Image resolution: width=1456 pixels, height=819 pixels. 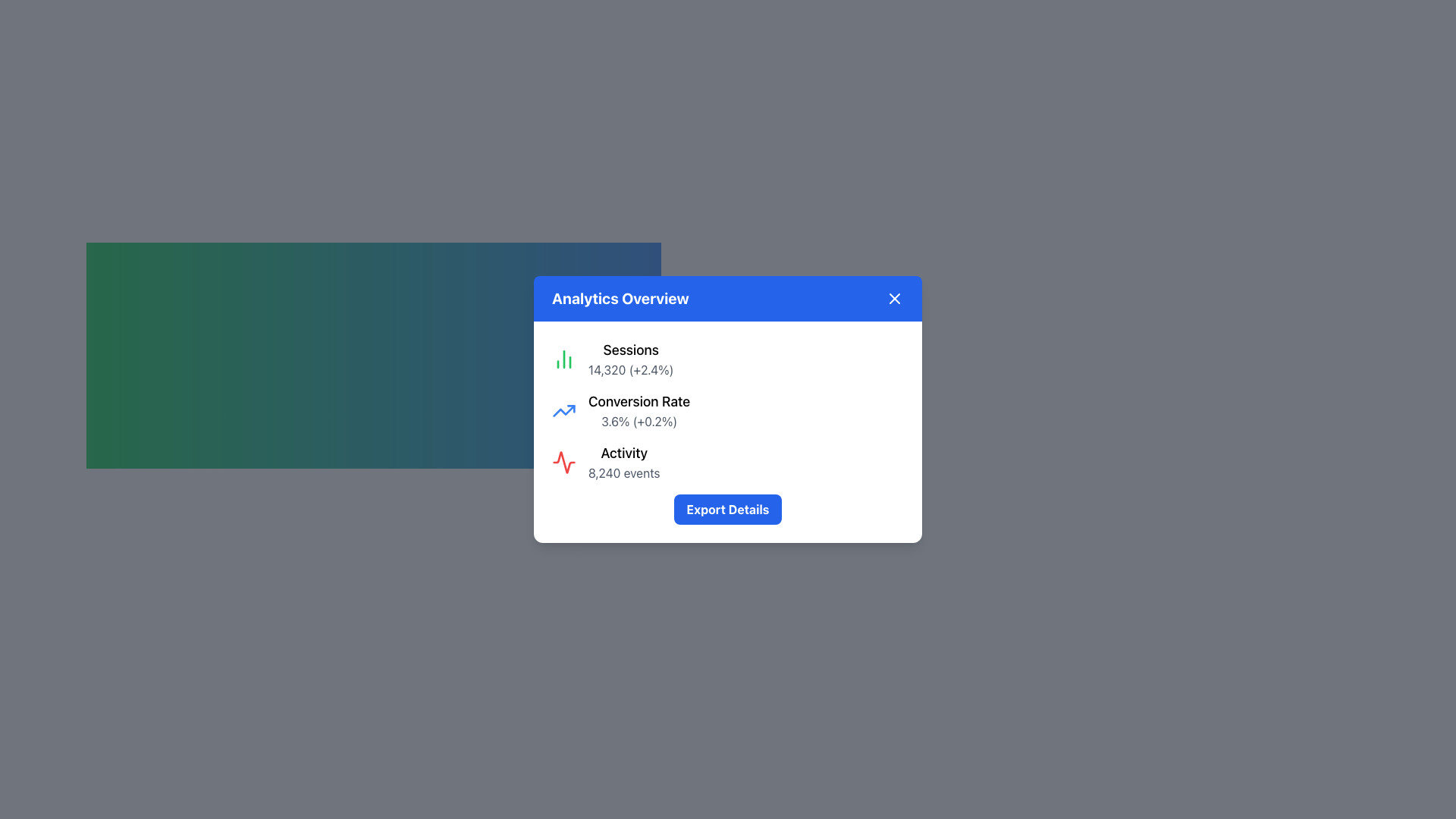 What do you see at coordinates (624, 461) in the screenshot?
I see `the 'Activity' text display element, which contains the bold title 'Activity' and the smaller text '8,240 events', located within the 'Analytics Overview' dialog` at bounding box center [624, 461].